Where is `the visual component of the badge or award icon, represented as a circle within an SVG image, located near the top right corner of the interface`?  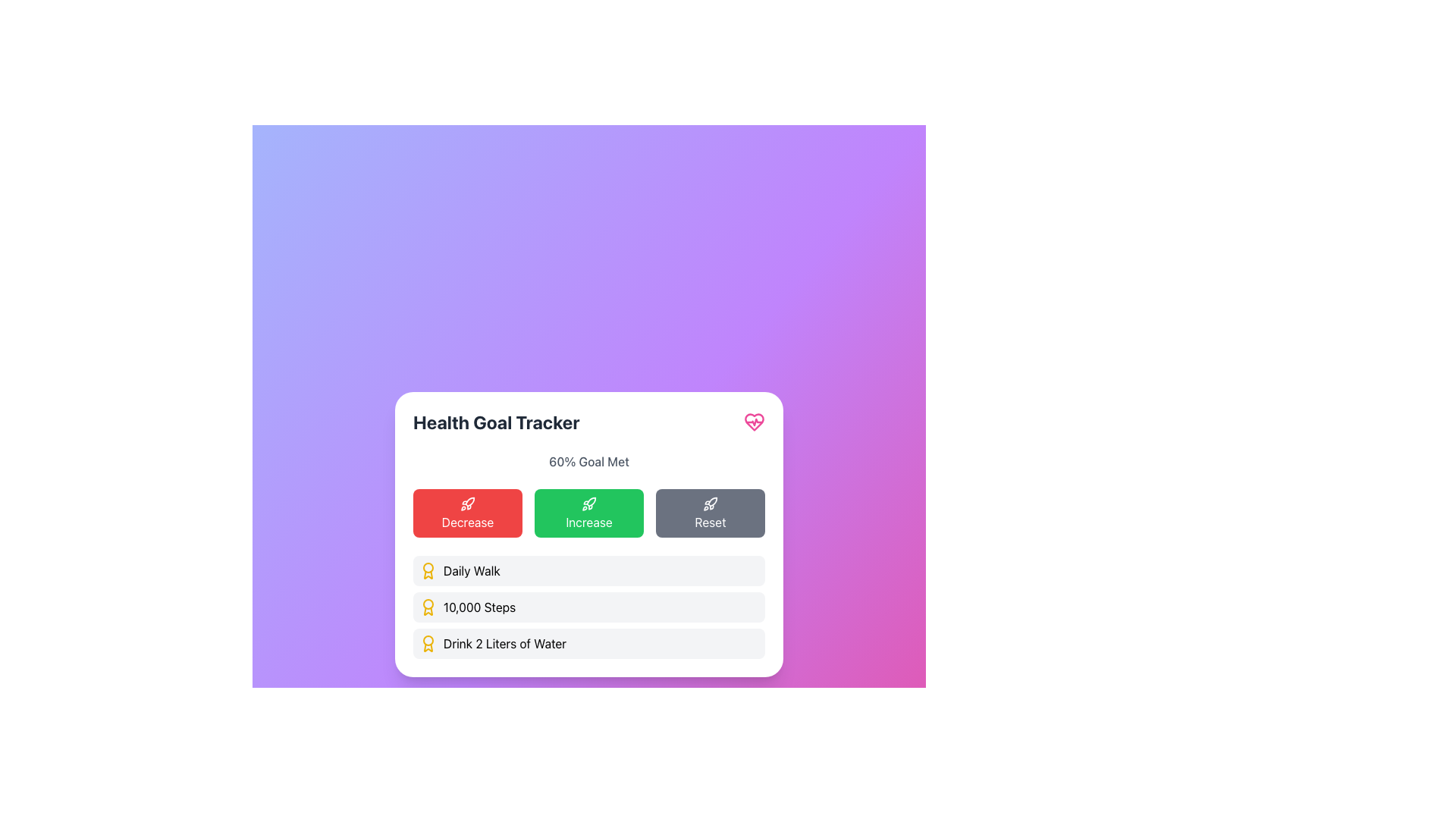 the visual component of the badge or award icon, represented as a circle within an SVG image, located near the top right corner of the interface is located at coordinates (428, 567).